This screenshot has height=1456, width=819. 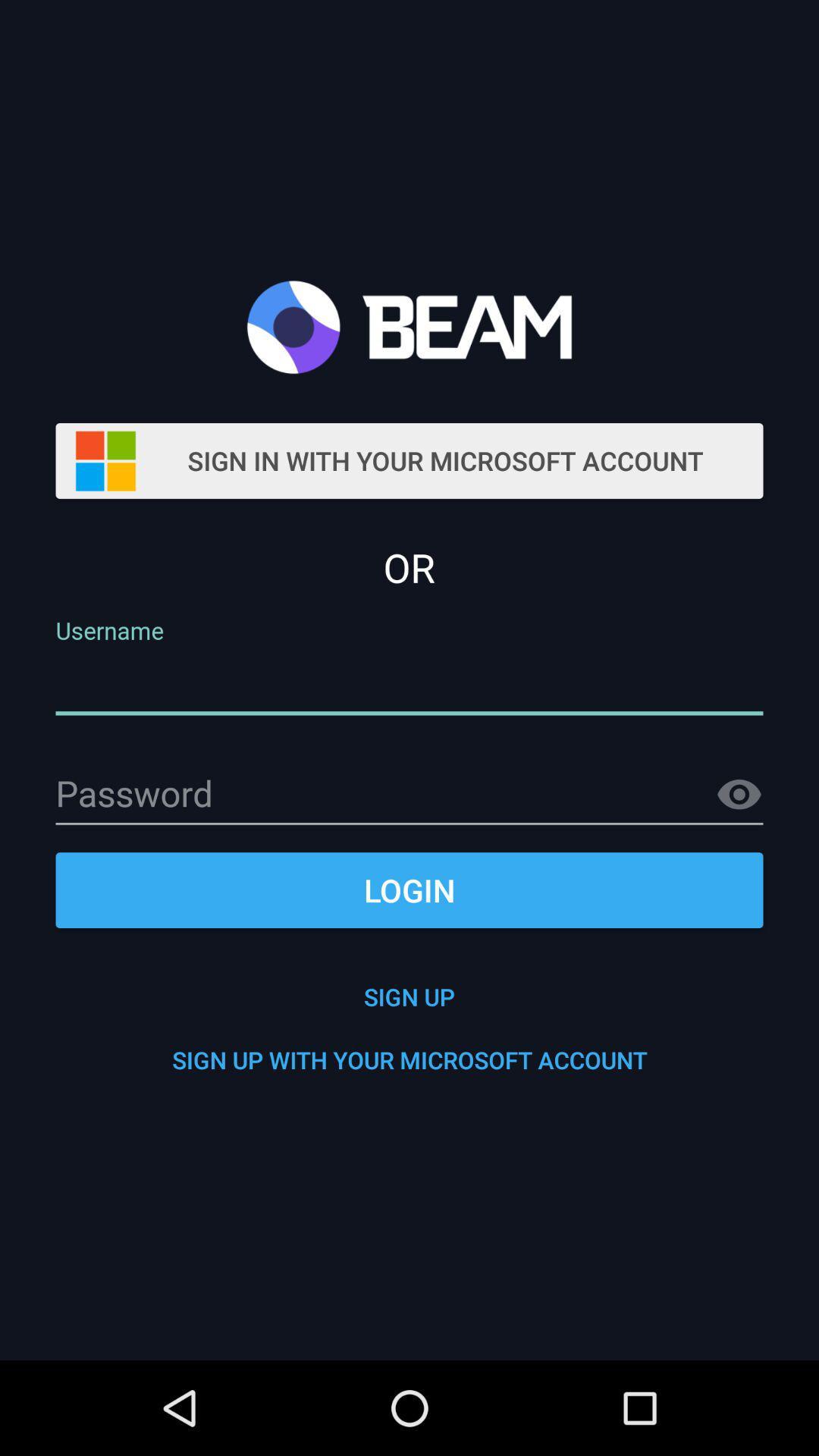 What do you see at coordinates (409, 890) in the screenshot?
I see `the item above sign up item` at bounding box center [409, 890].